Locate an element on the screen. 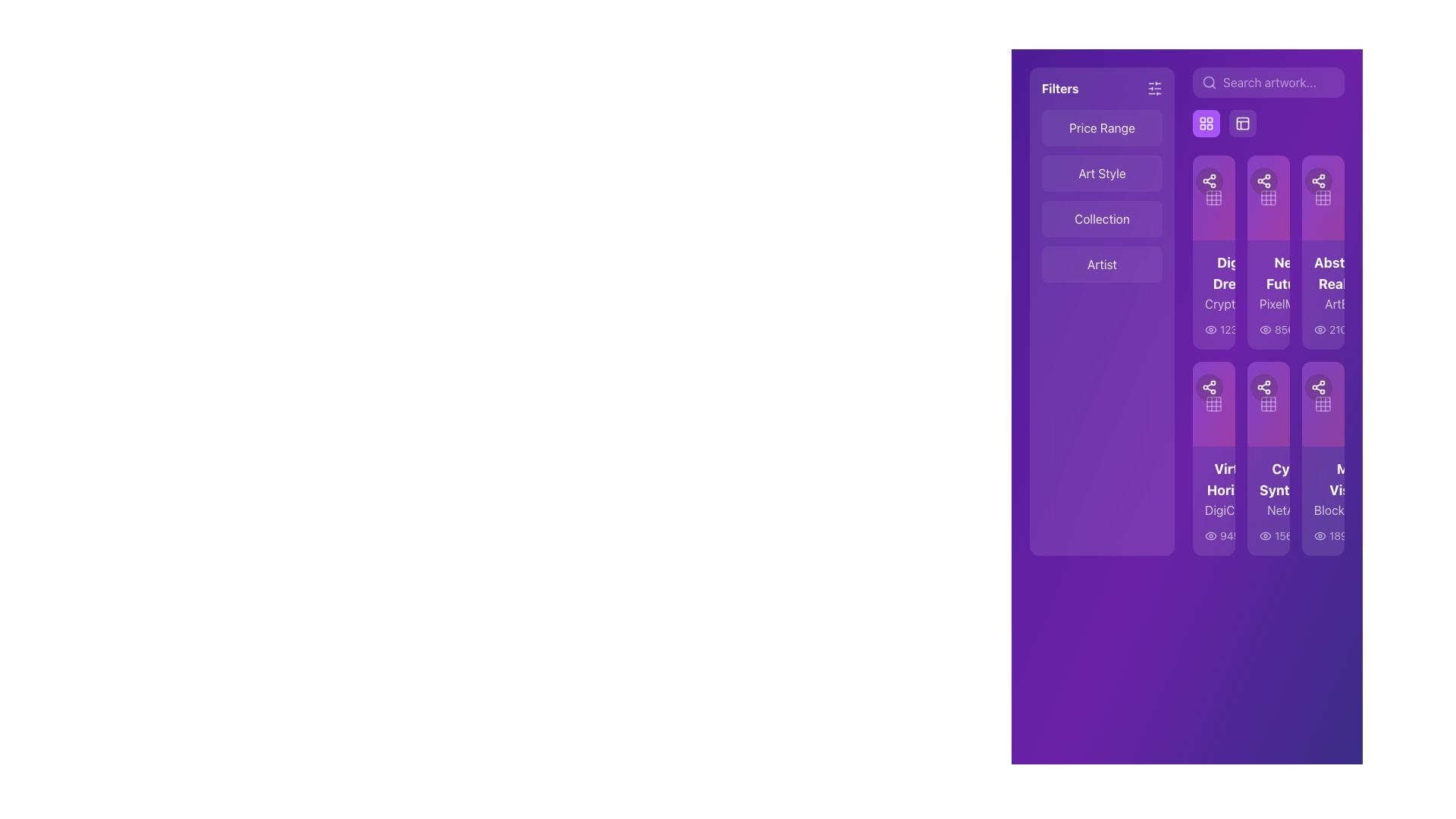 The width and height of the screenshot is (1456, 819). the information icon with a circular outline and 'i' symbol located in the bottom right corner of the 'Cyber Synth' card is located at coordinates (1273, 535).